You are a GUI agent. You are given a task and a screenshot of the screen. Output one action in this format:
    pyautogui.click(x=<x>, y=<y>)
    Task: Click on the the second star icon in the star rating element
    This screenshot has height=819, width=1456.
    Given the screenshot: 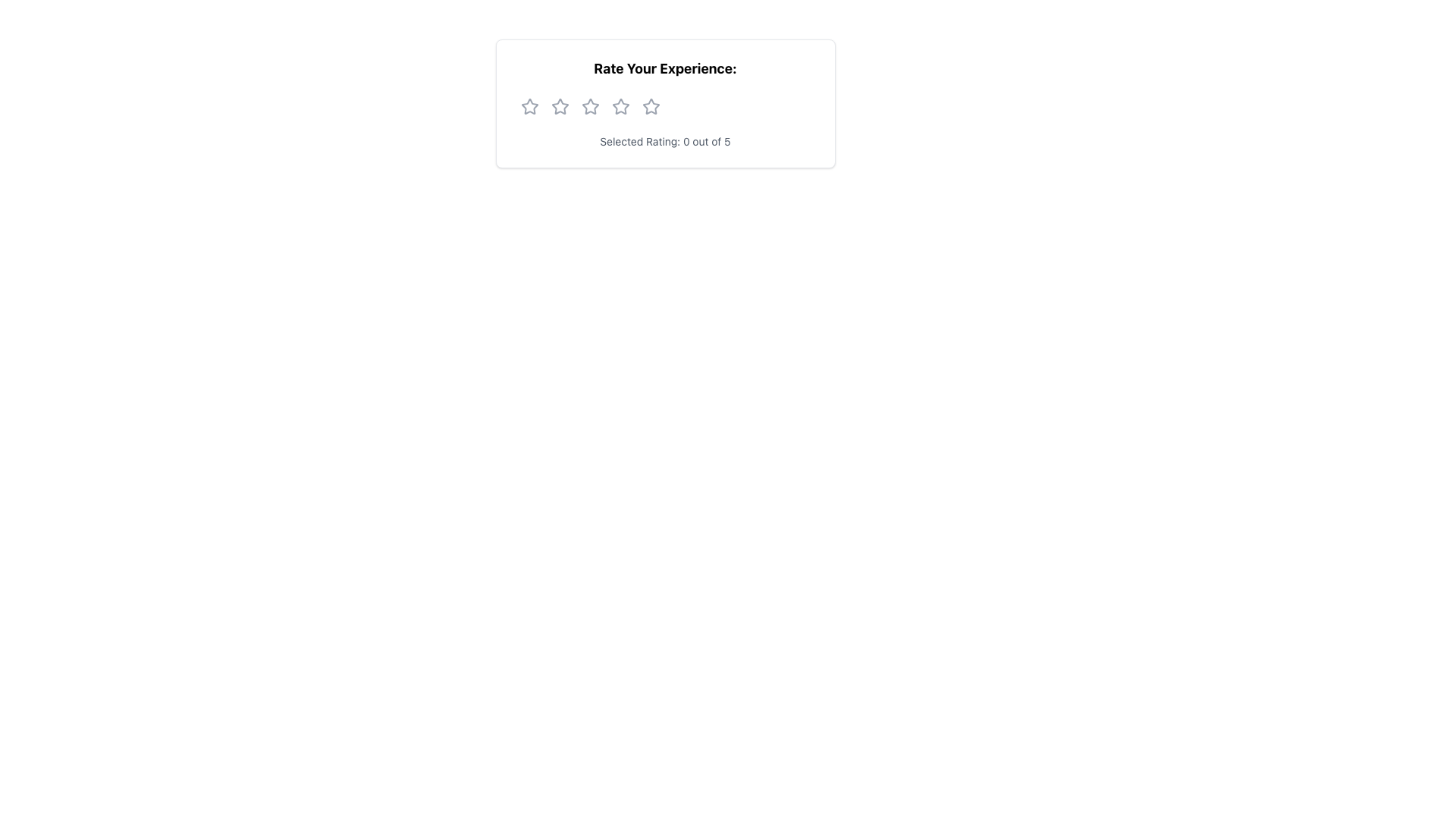 What is the action you would take?
    pyautogui.click(x=559, y=106)
    